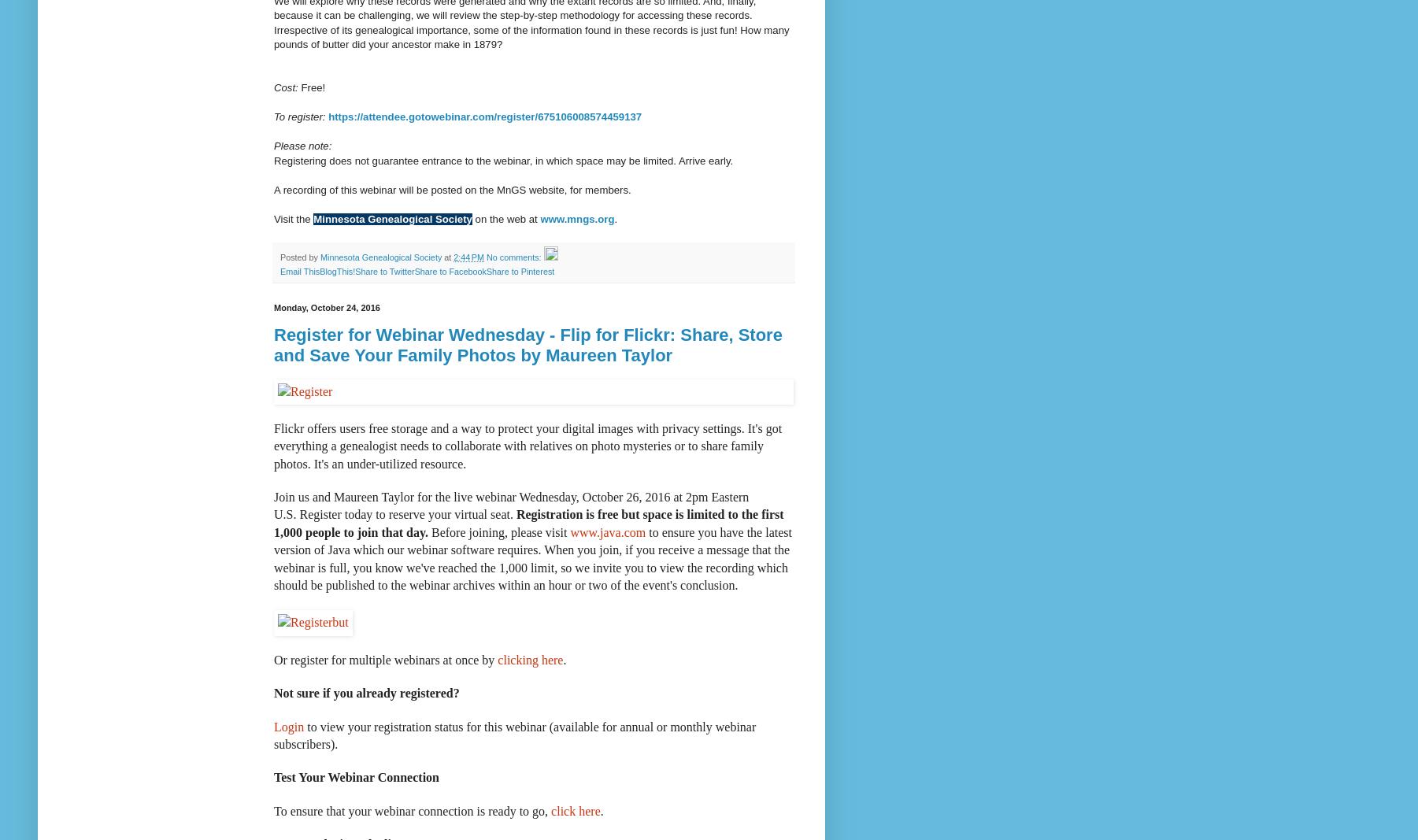 The height and width of the screenshot is (840, 1418). I want to click on 'Login', so click(289, 726).